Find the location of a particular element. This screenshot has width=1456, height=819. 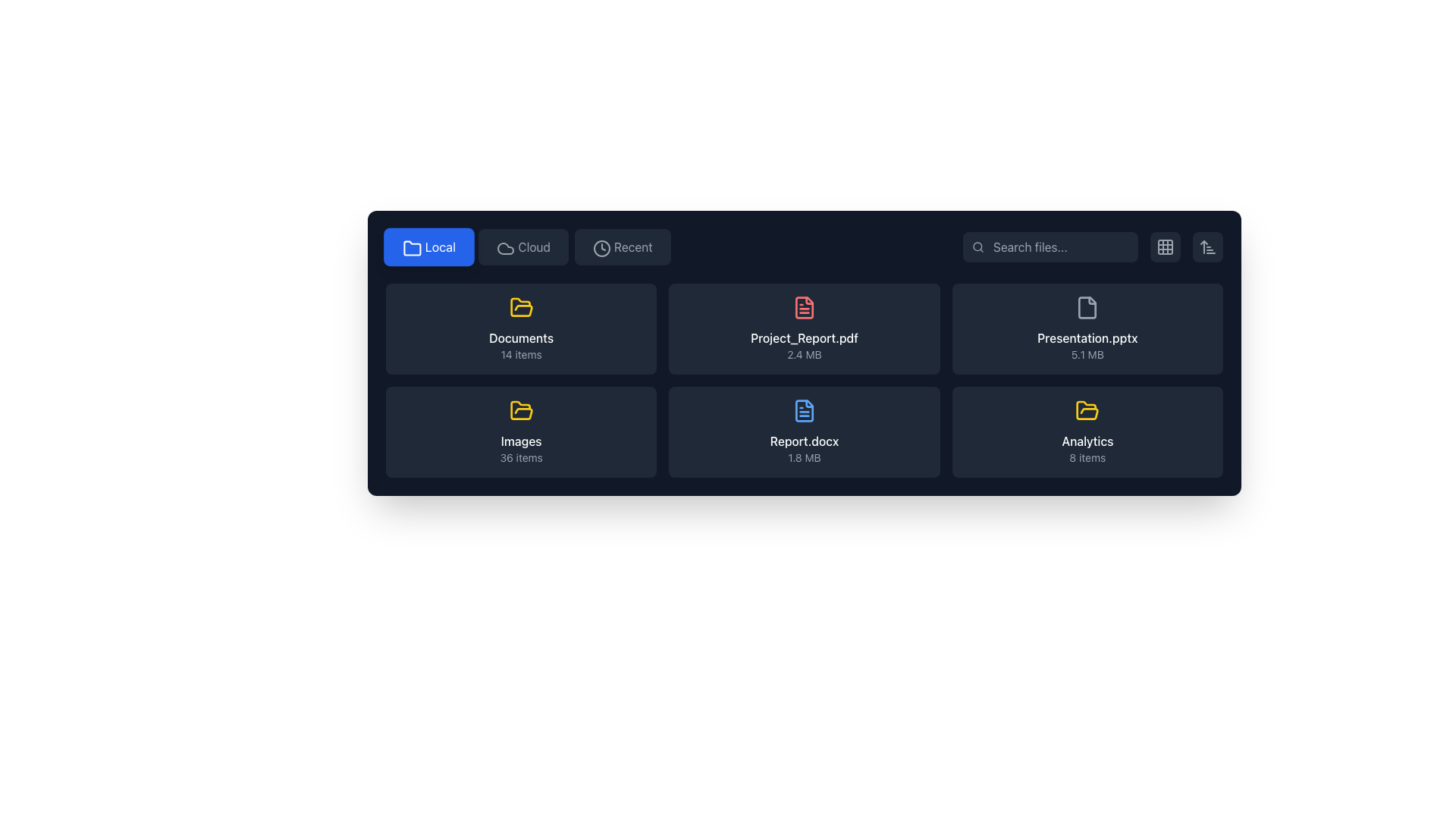

the text label displaying '36 items', which is styled with a smaller, gray font and is positioned beneath the 'Images' label is located at coordinates (521, 457).